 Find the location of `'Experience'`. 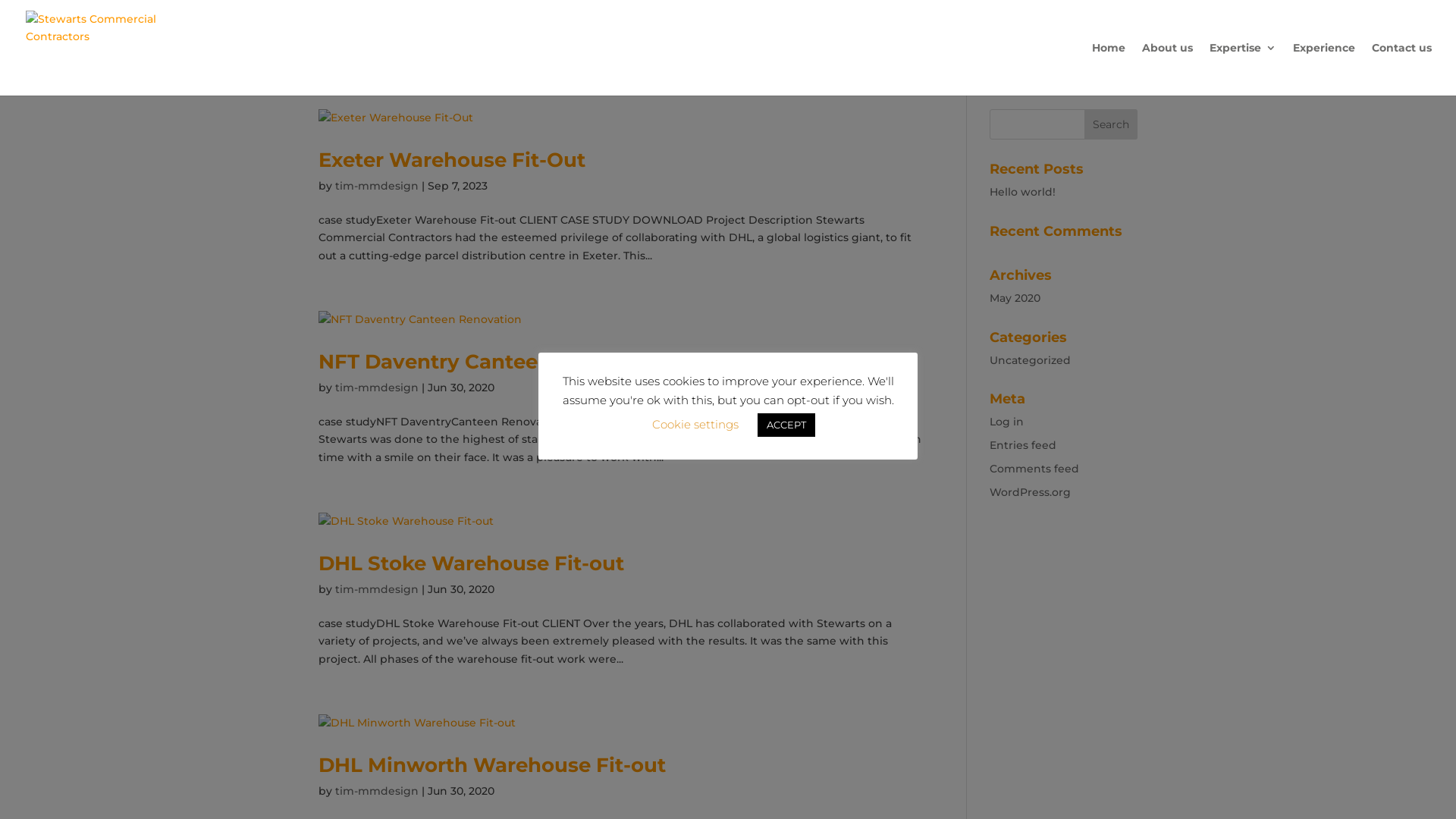

'Experience' is located at coordinates (1323, 69).